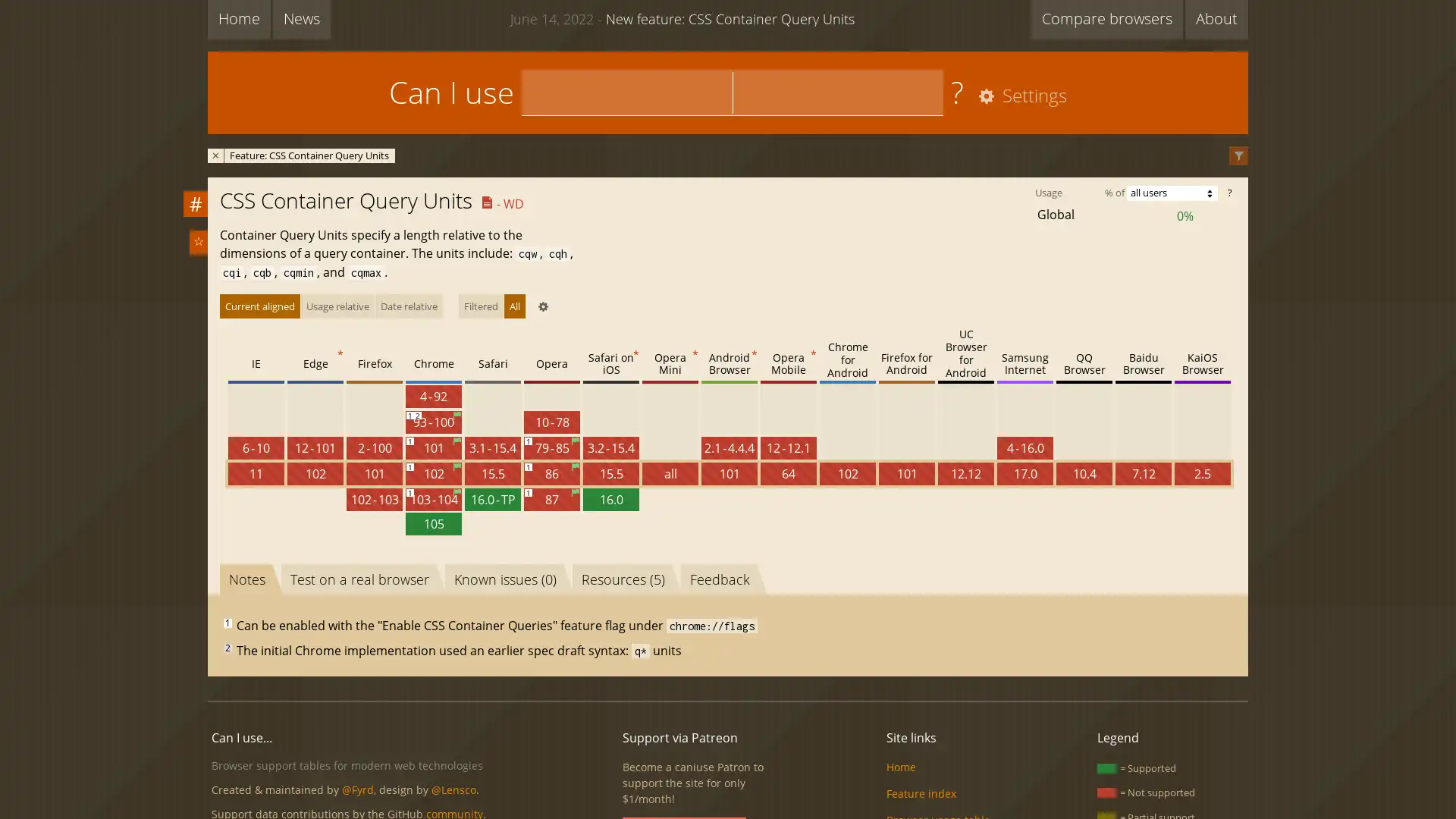 The height and width of the screenshot is (819, 1456). I want to click on Usage relative, so click(337, 306).